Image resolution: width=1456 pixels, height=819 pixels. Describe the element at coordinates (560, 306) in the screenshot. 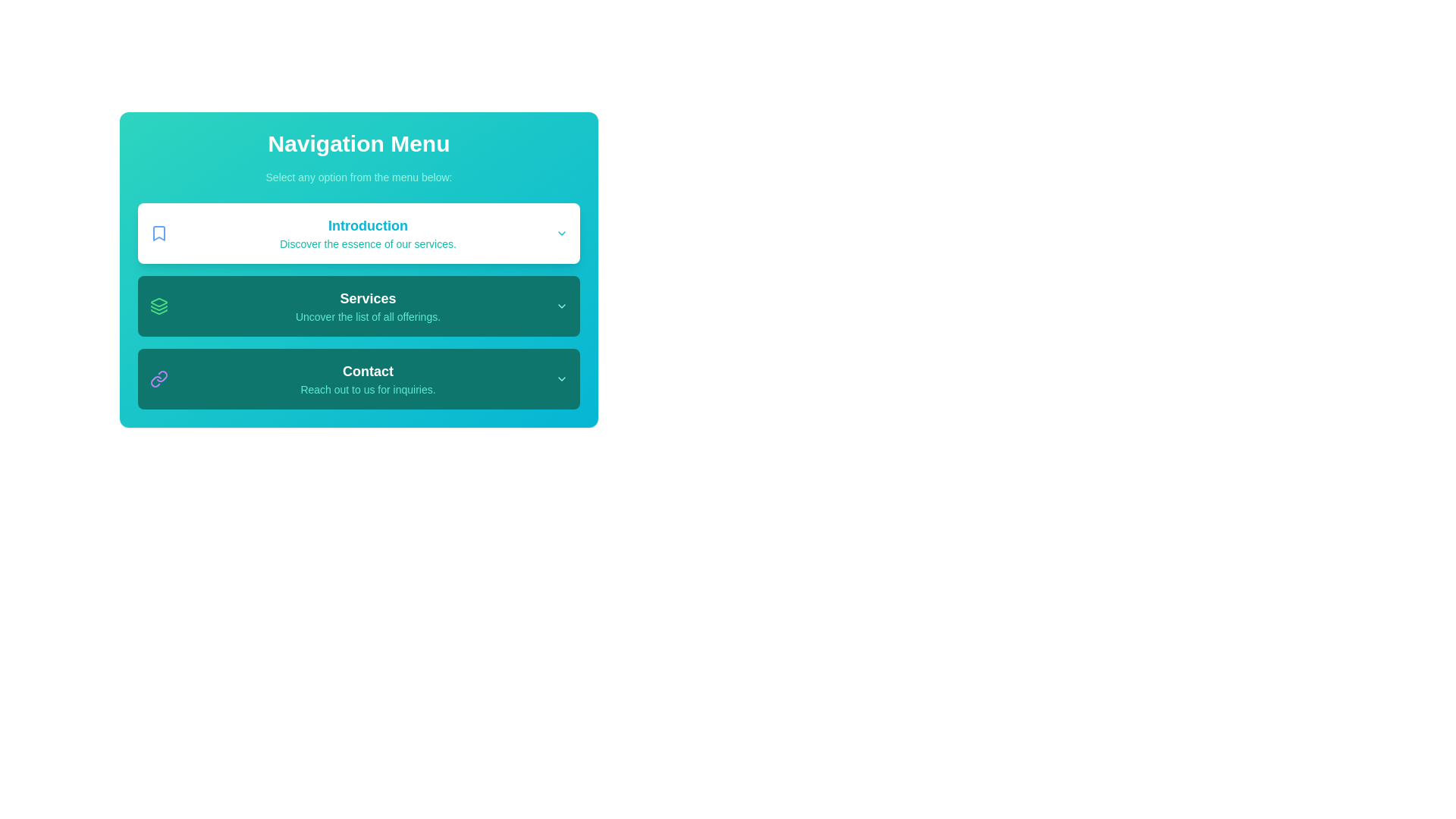

I see `the chevron down icon located at the rightmost end of the 'Services' button in the navigation menu` at that location.